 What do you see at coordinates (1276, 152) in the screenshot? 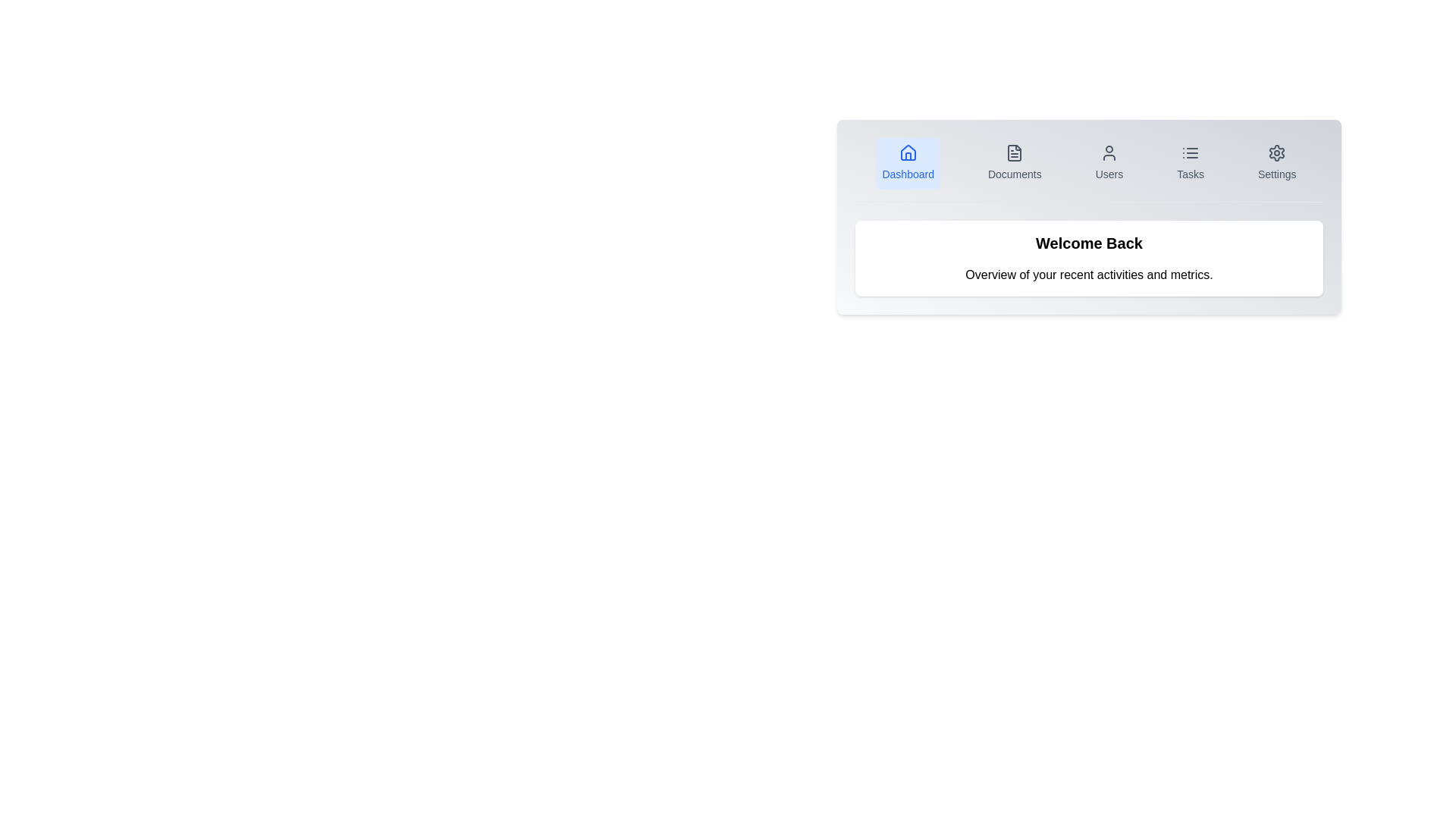
I see `the cogwheel settings icon located at the rightmost position in the horizontal navigation bar at the top-center of the interface` at bounding box center [1276, 152].